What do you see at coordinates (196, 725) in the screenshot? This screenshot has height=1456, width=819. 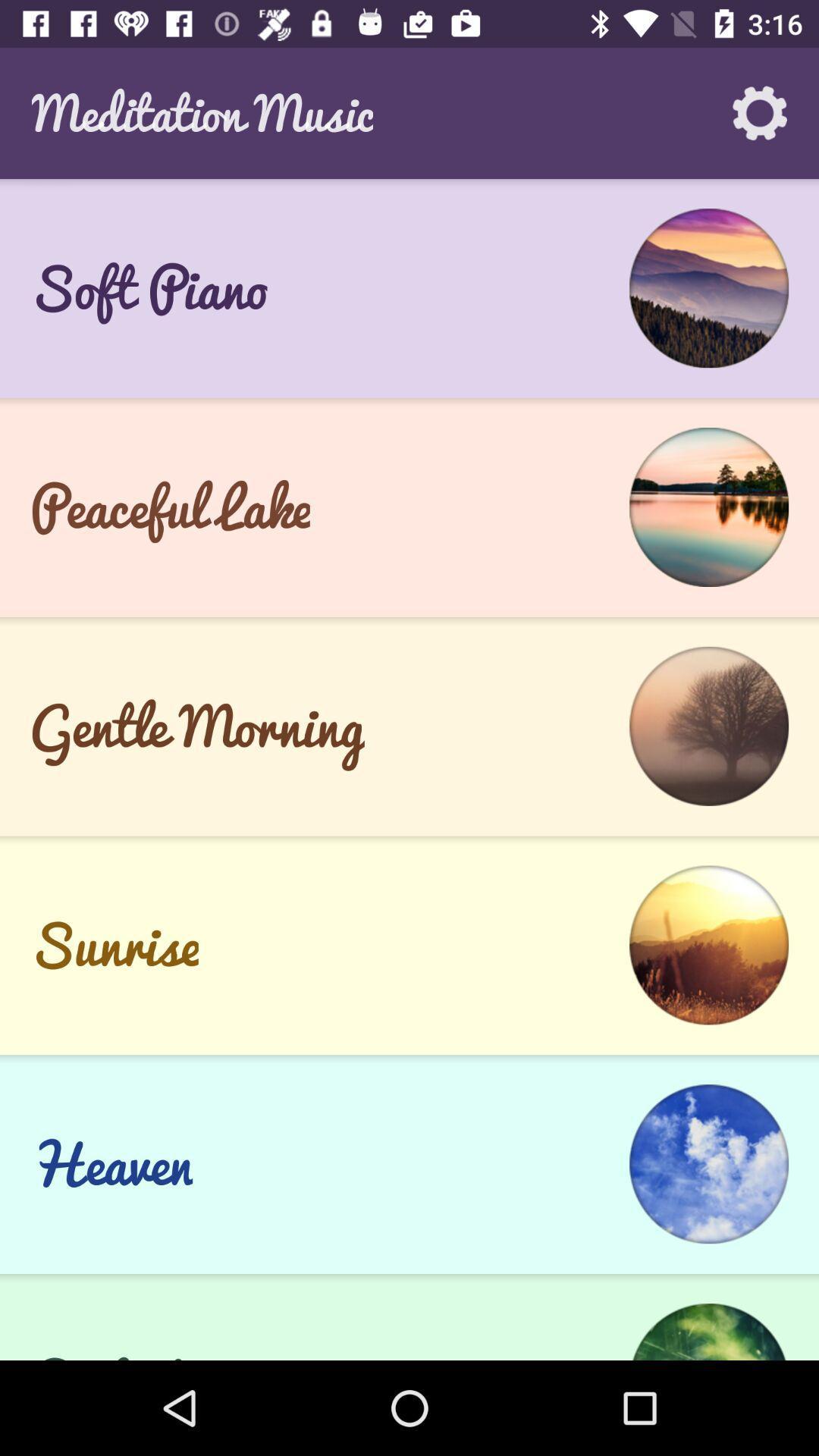 I see `gentle morning item` at bounding box center [196, 725].